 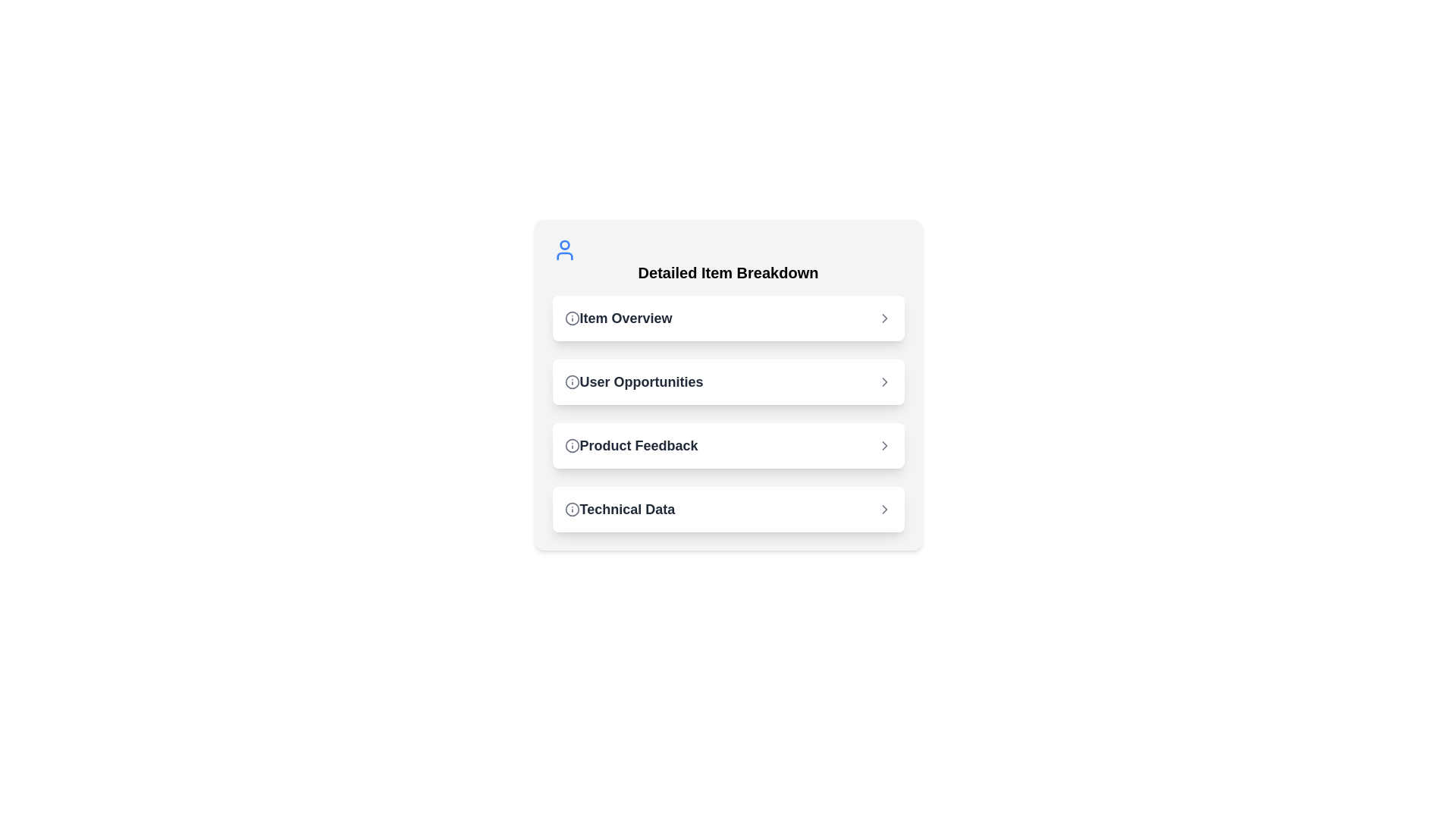 I want to click on the chevron arrow icon next to the 'User Opportunities' row, so click(x=884, y=381).